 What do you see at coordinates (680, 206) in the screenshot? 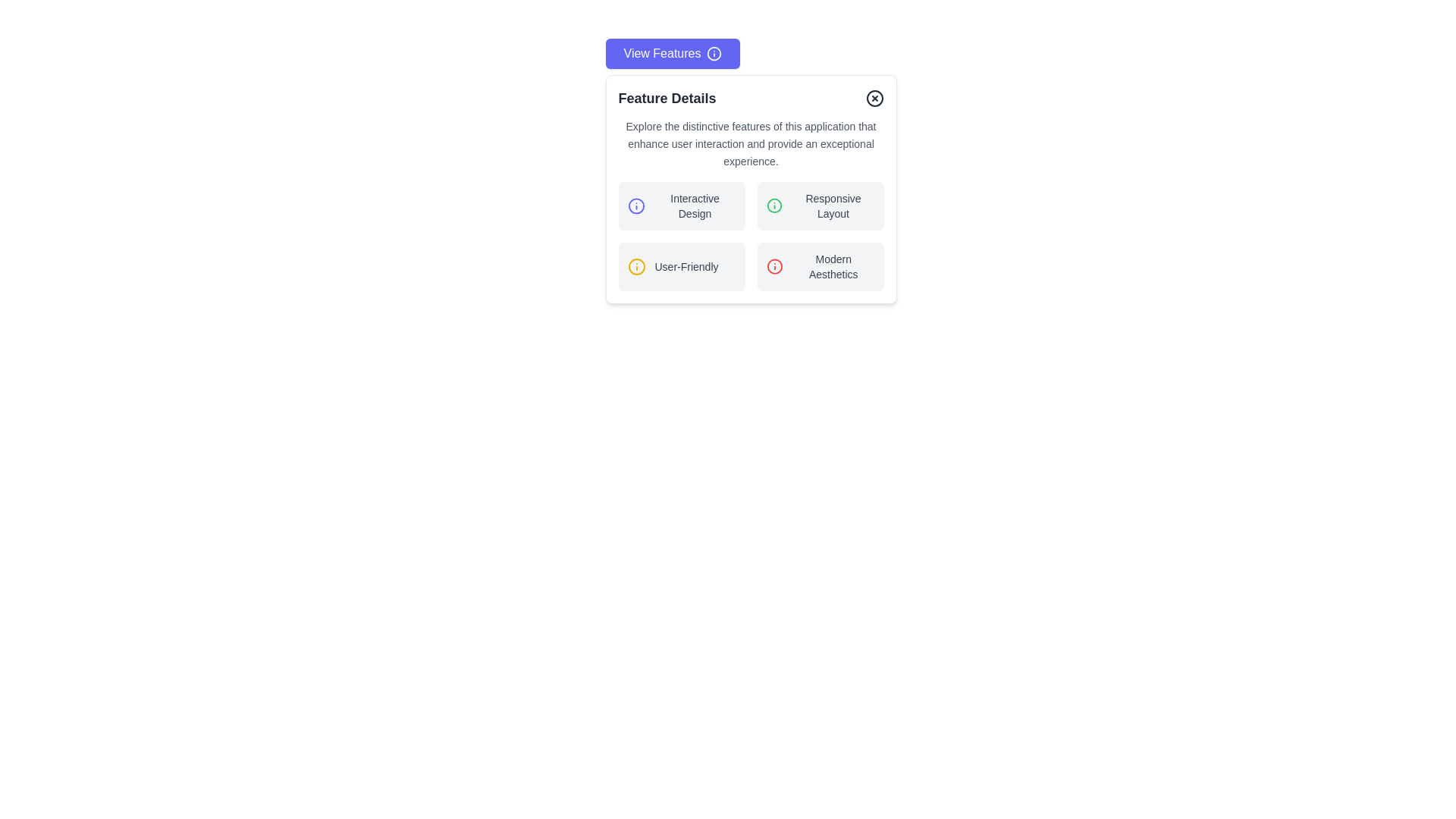
I see `the 'Interactive Design' informative module located in the top-left quadrant of the grid layout` at bounding box center [680, 206].